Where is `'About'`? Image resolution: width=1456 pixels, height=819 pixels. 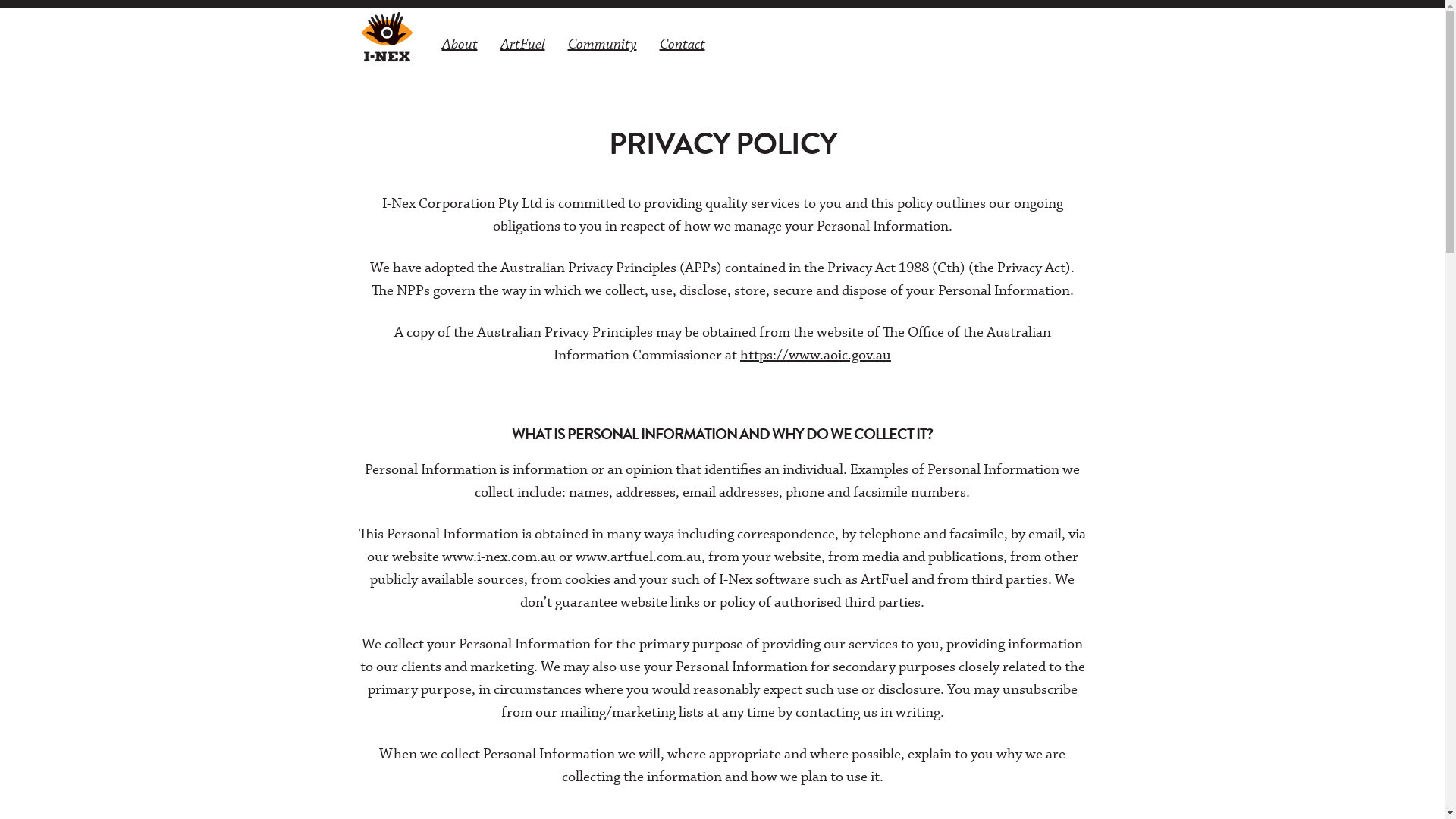
'About' is located at coordinates (459, 42).